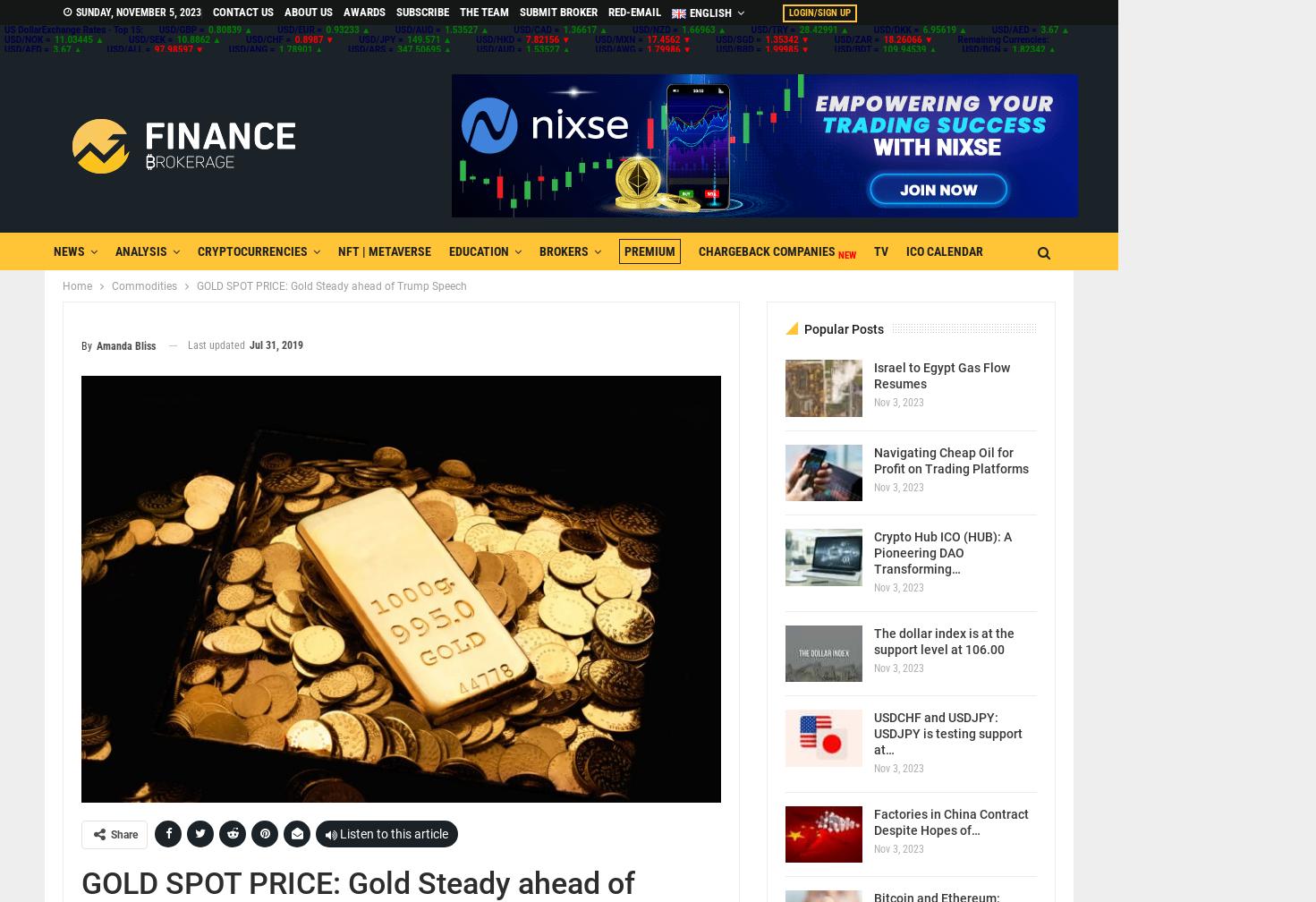  I want to click on 'Analysis', so click(140, 251).